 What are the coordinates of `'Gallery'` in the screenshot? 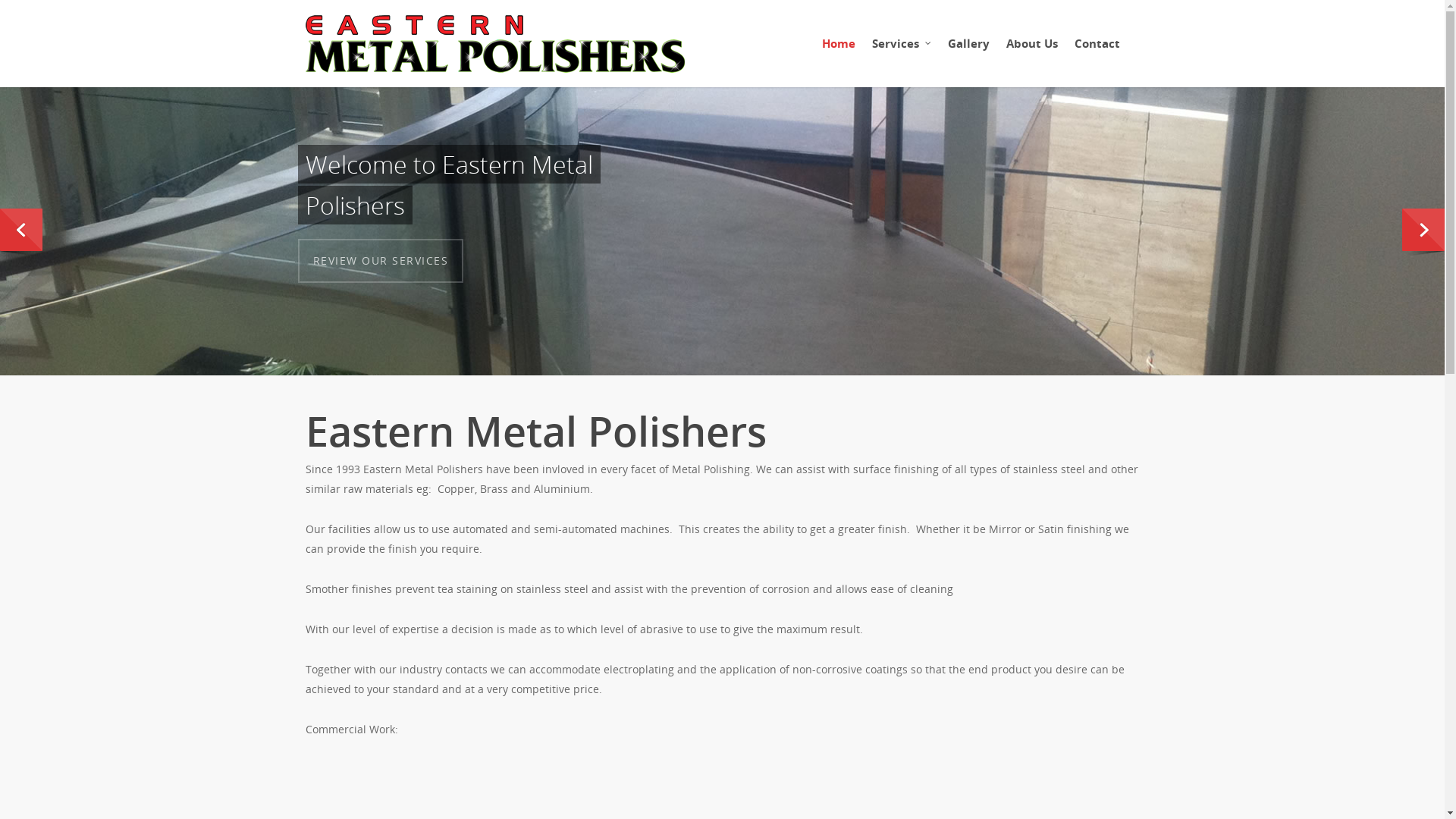 It's located at (968, 50).